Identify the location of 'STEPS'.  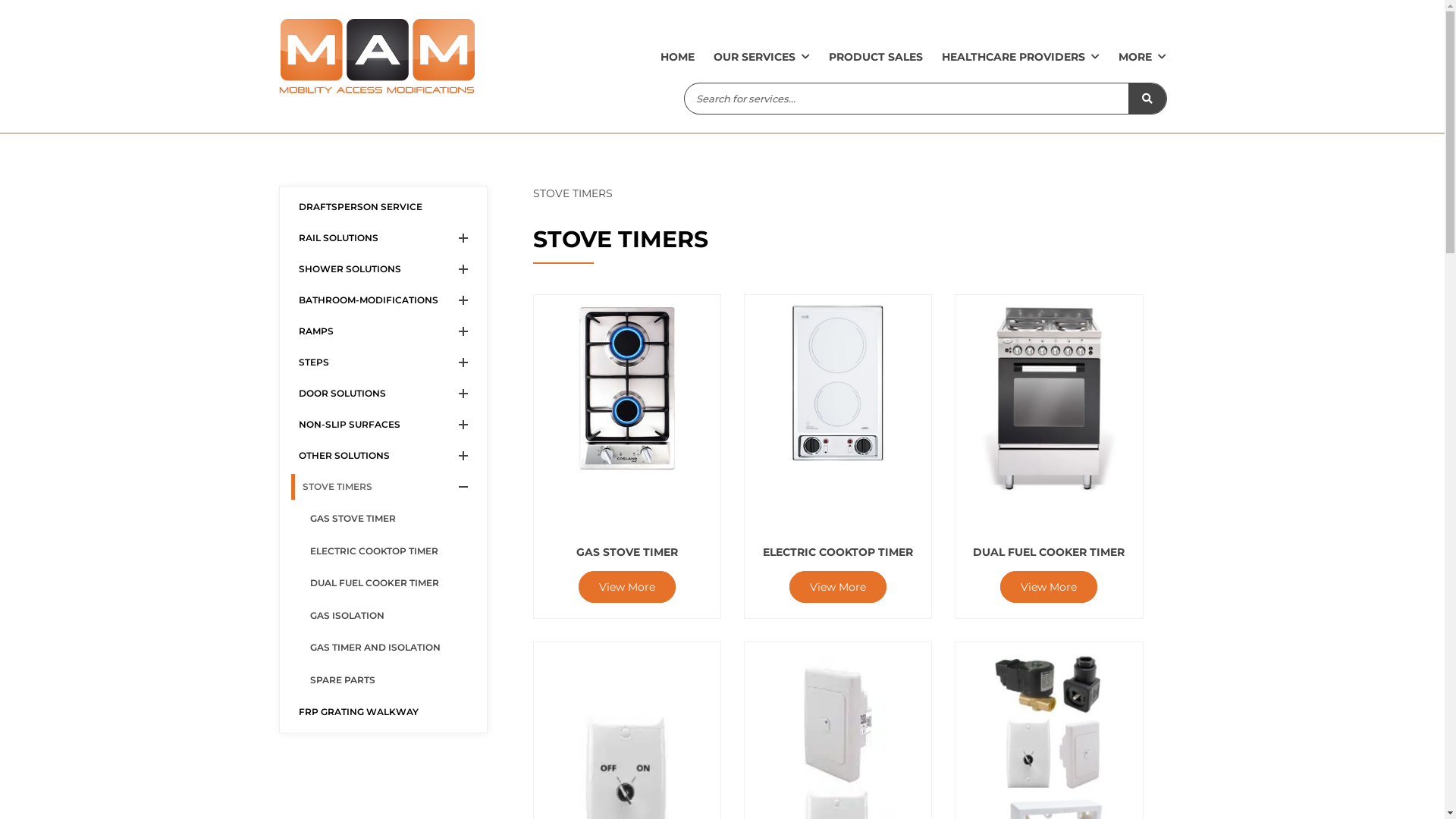
(369, 362).